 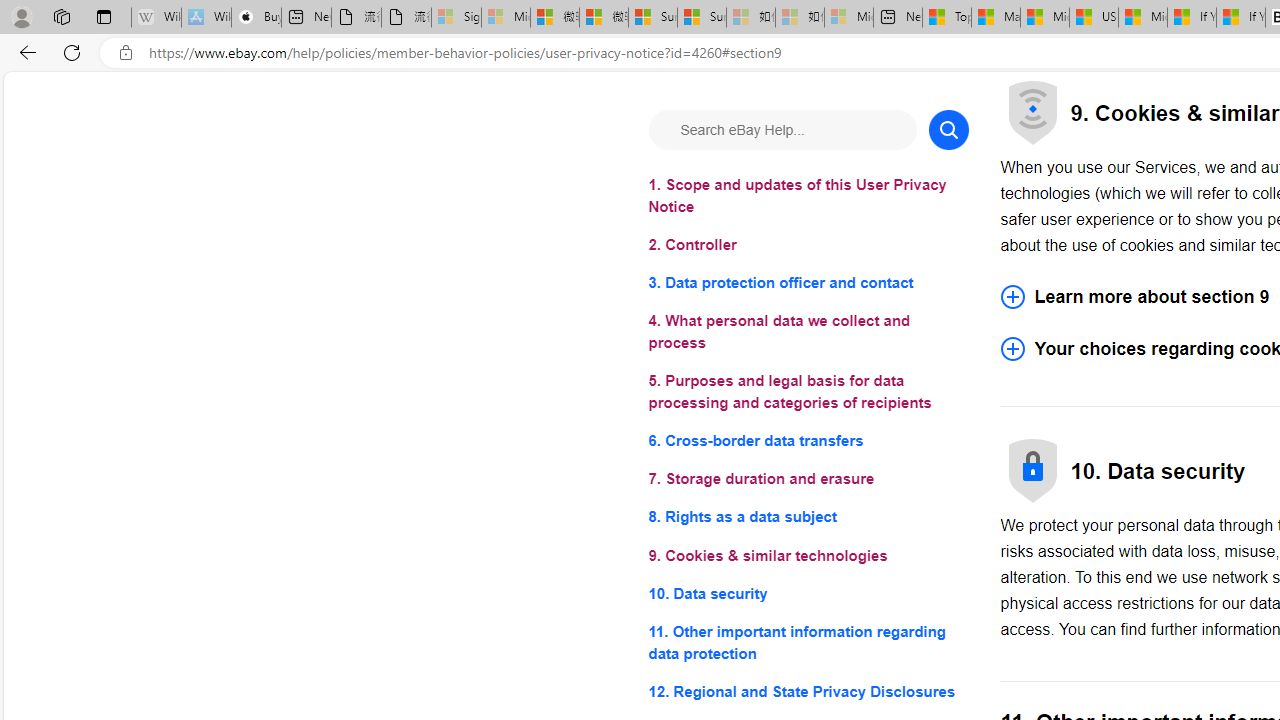 What do you see at coordinates (808, 196) in the screenshot?
I see `'1. Scope and updates of this User Privacy Notice'` at bounding box center [808, 196].